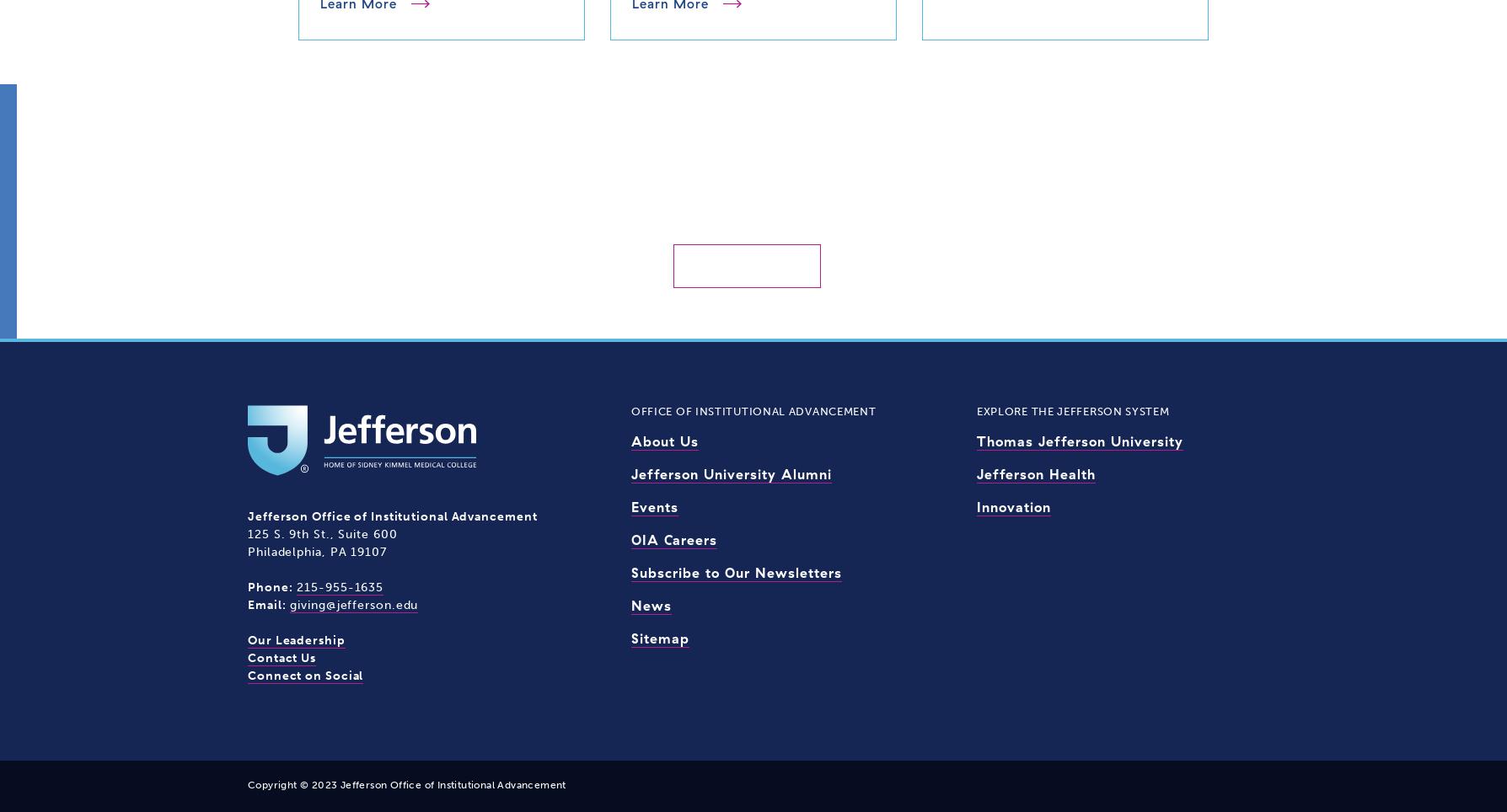  What do you see at coordinates (730, 473) in the screenshot?
I see `'Jefferson University Alumni'` at bounding box center [730, 473].